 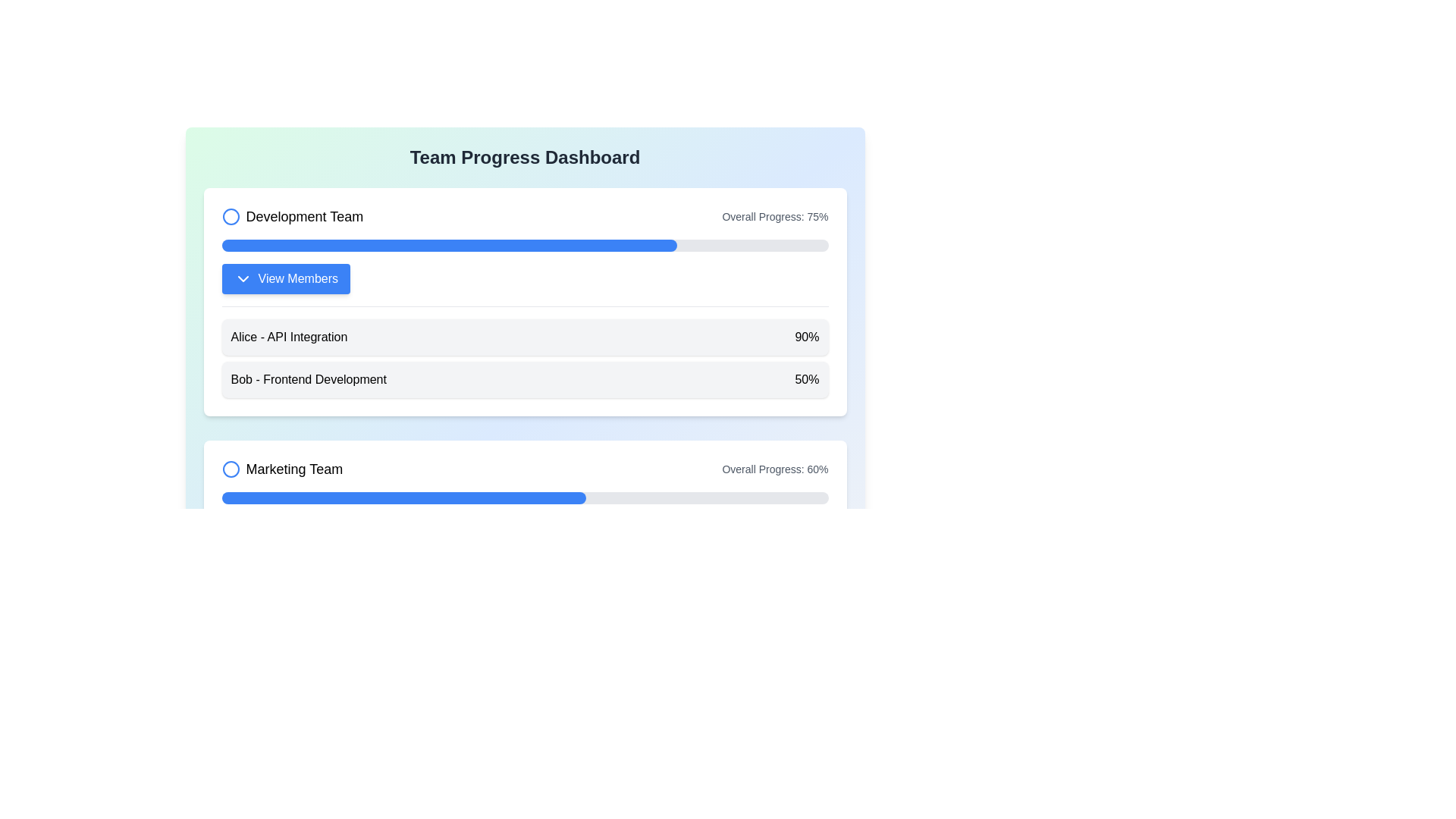 What do you see at coordinates (775, 468) in the screenshot?
I see `the static text label displaying 'Overall Progress: 60%' located in the top-right corner of the Marketing Team summary` at bounding box center [775, 468].